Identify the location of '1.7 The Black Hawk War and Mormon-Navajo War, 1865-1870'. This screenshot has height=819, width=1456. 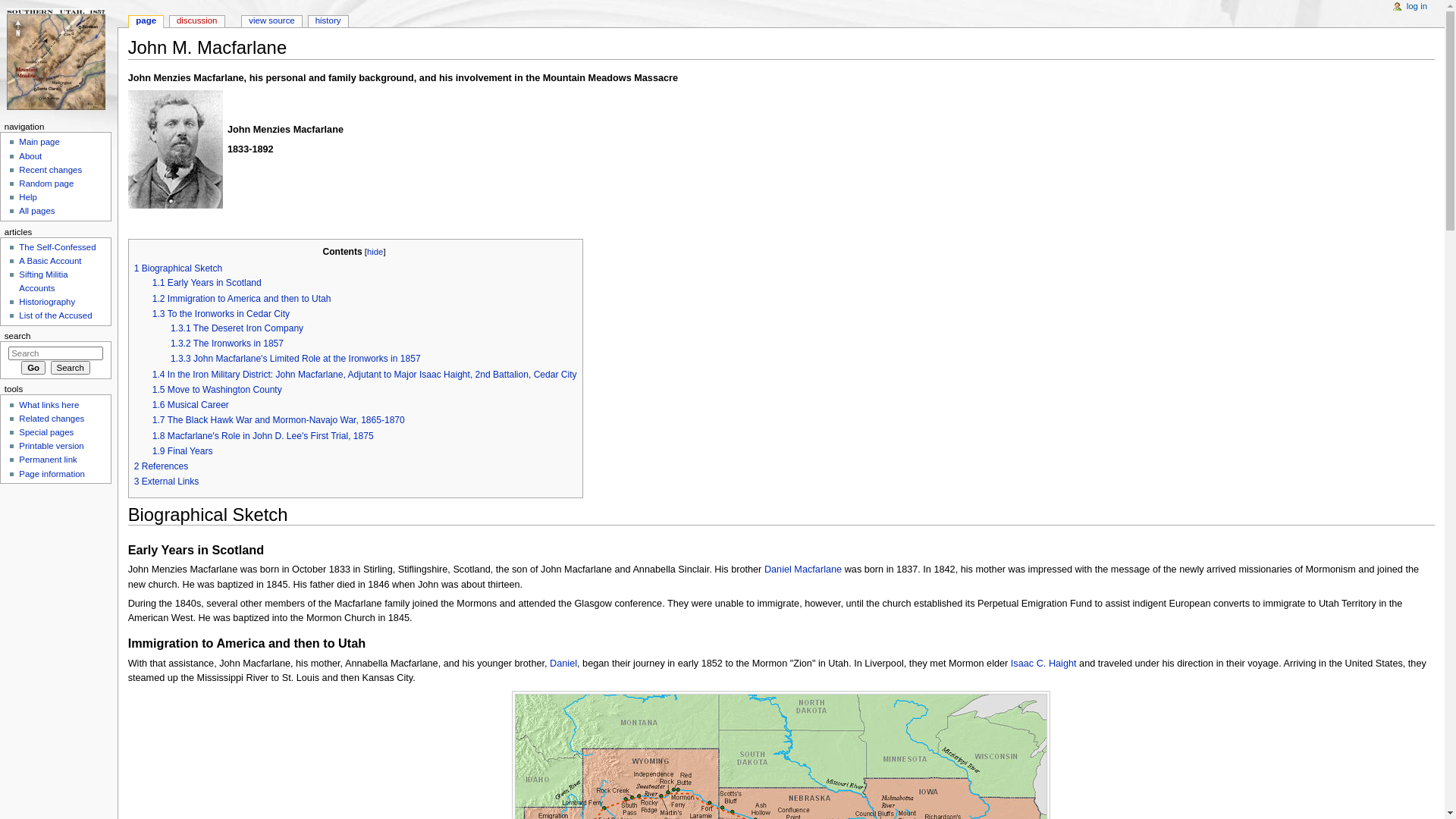
(278, 420).